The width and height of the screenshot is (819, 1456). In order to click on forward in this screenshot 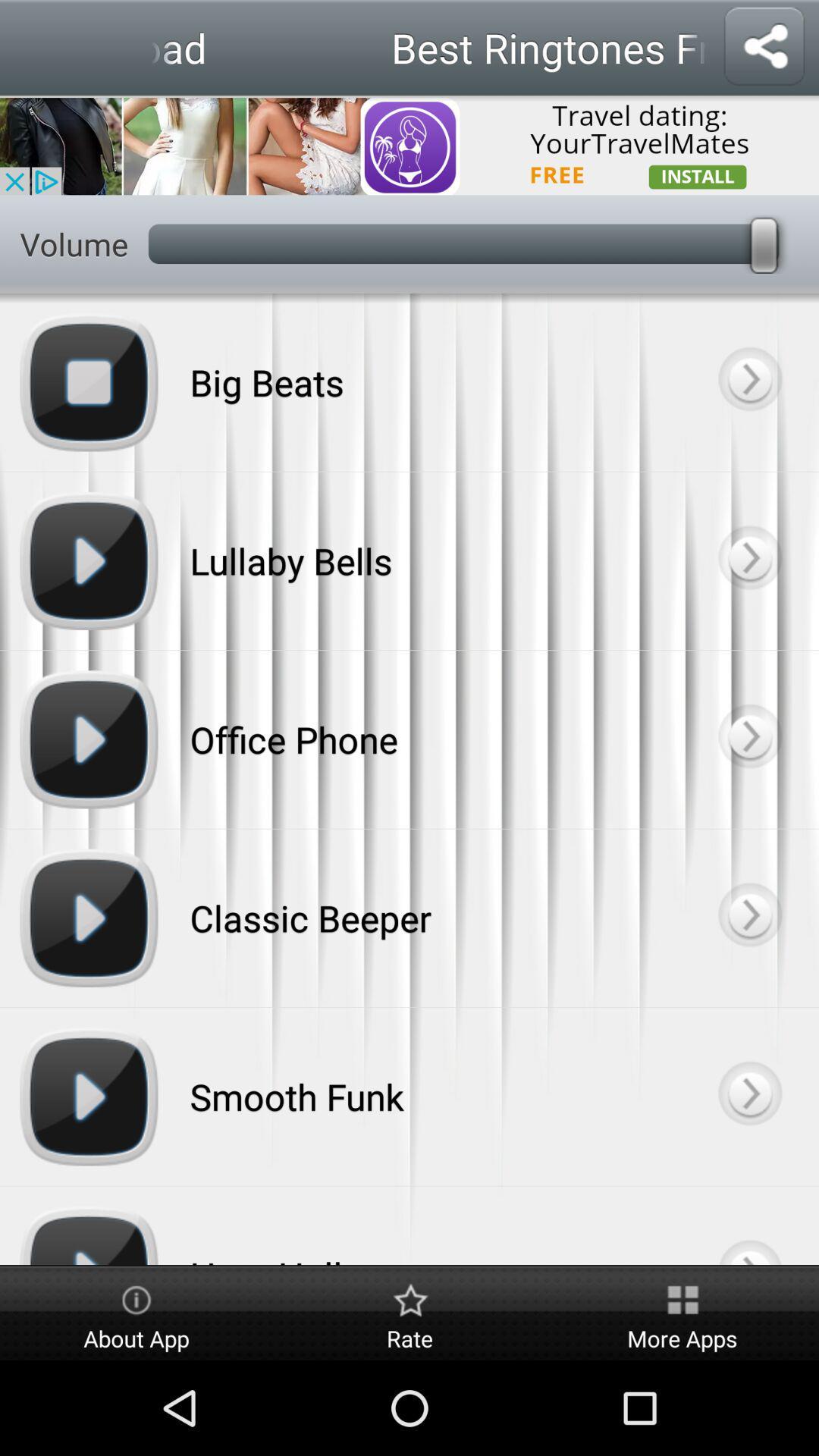, I will do `click(748, 382)`.